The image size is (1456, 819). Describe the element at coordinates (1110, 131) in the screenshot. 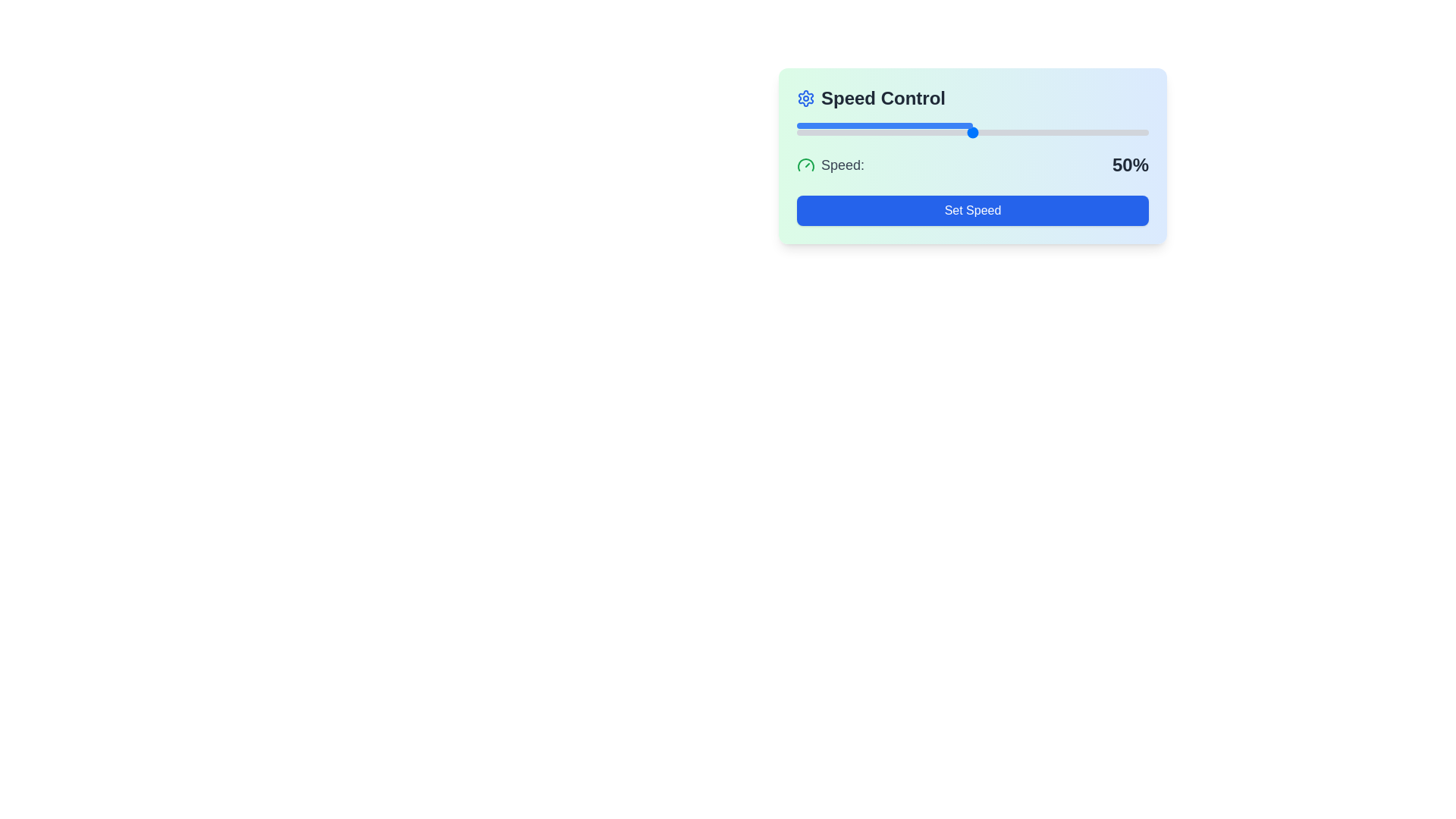

I see `the slider` at that location.